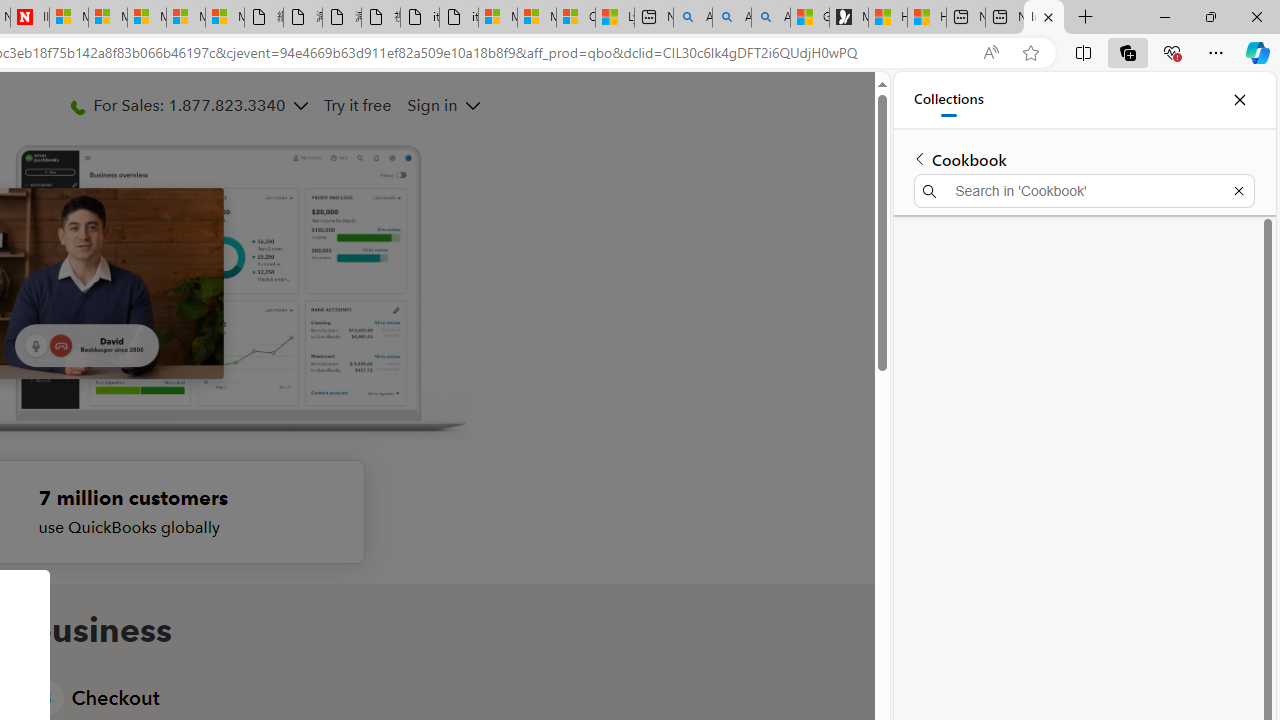 This screenshot has height=720, width=1280. What do you see at coordinates (769, 17) in the screenshot?
I see `'Alabama high school quarterback dies - Search Videos'` at bounding box center [769, 17].